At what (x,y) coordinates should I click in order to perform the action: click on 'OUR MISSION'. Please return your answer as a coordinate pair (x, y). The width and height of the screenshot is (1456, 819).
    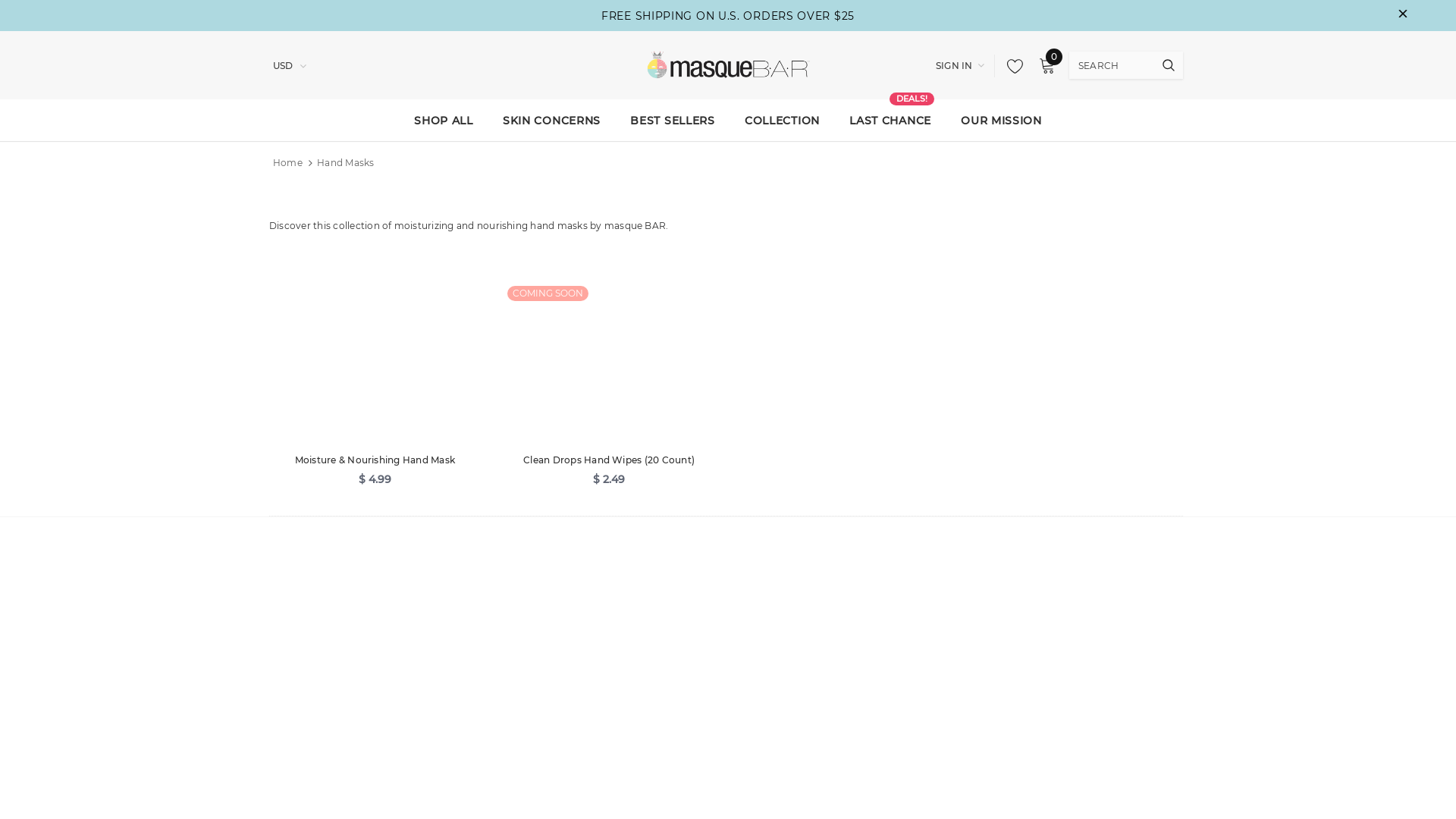
    Looking at the image, I should click on (1001, 119).